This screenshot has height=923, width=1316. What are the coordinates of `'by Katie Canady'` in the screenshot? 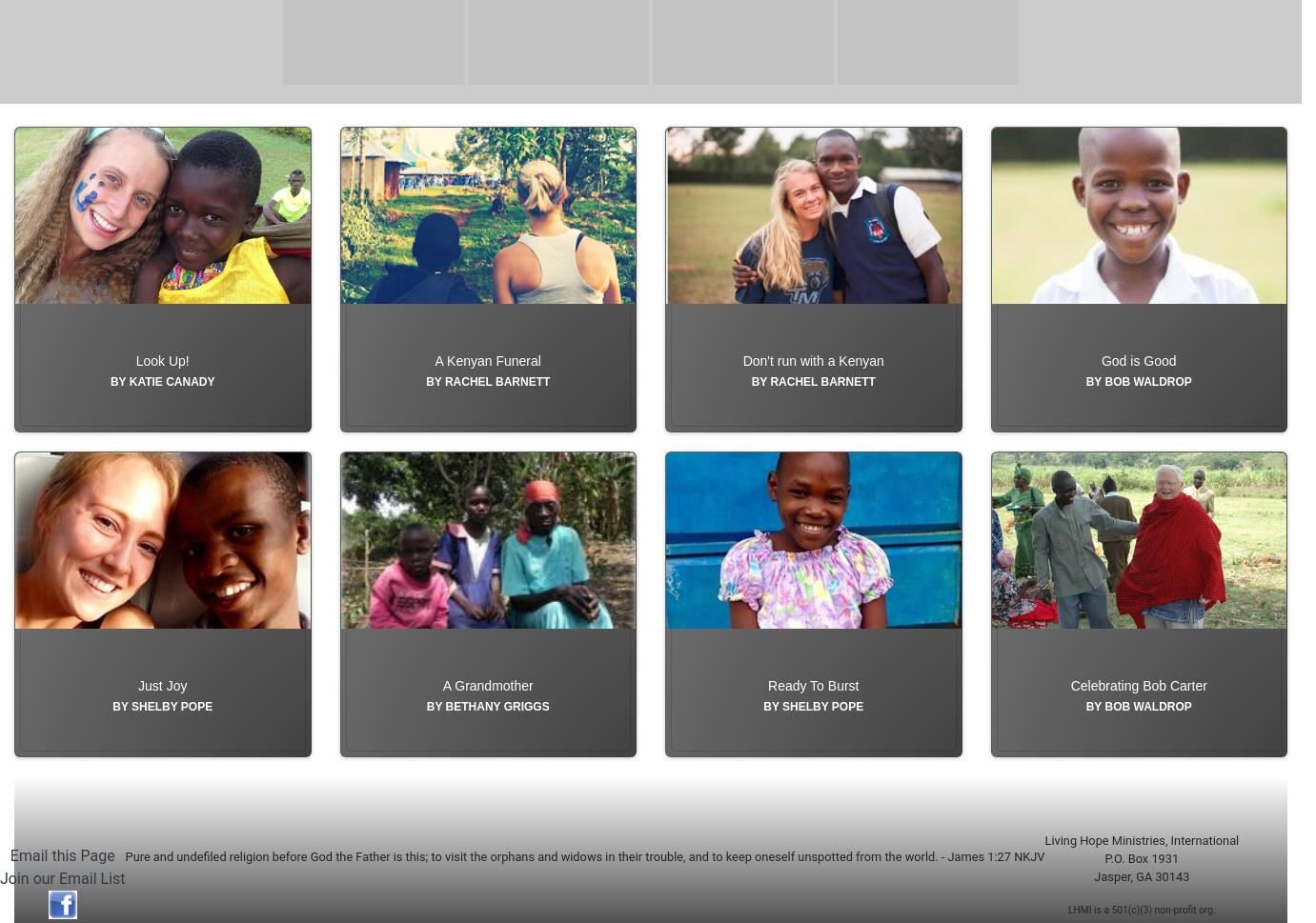 It's located at (161, 425).